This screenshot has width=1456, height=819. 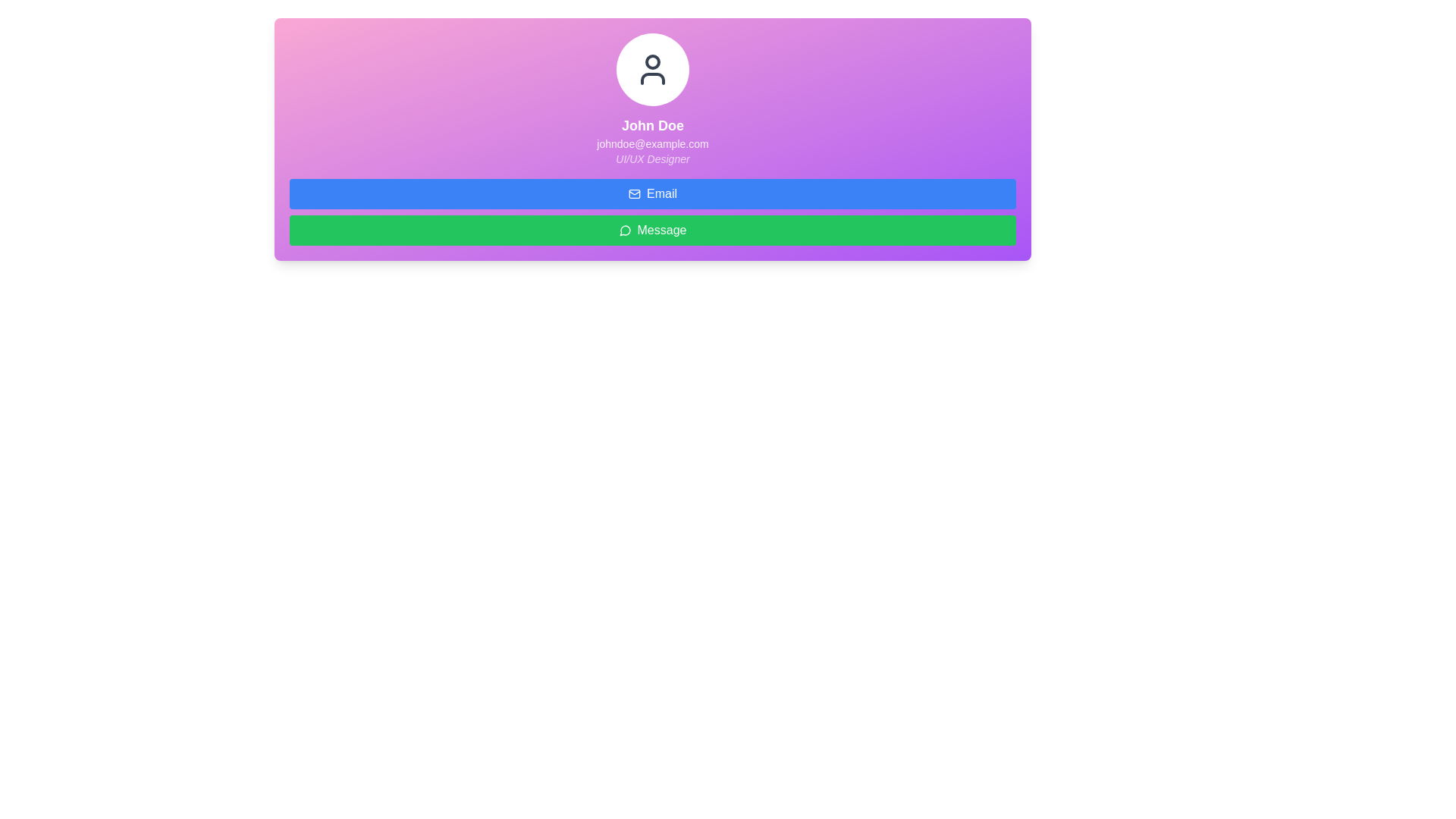 What do you see at coordinates (634, 193) in the screenshot?
I see `the details of the email icon located within the blue rectangular button labeled 'Email'` at bounding box center [634, 193].